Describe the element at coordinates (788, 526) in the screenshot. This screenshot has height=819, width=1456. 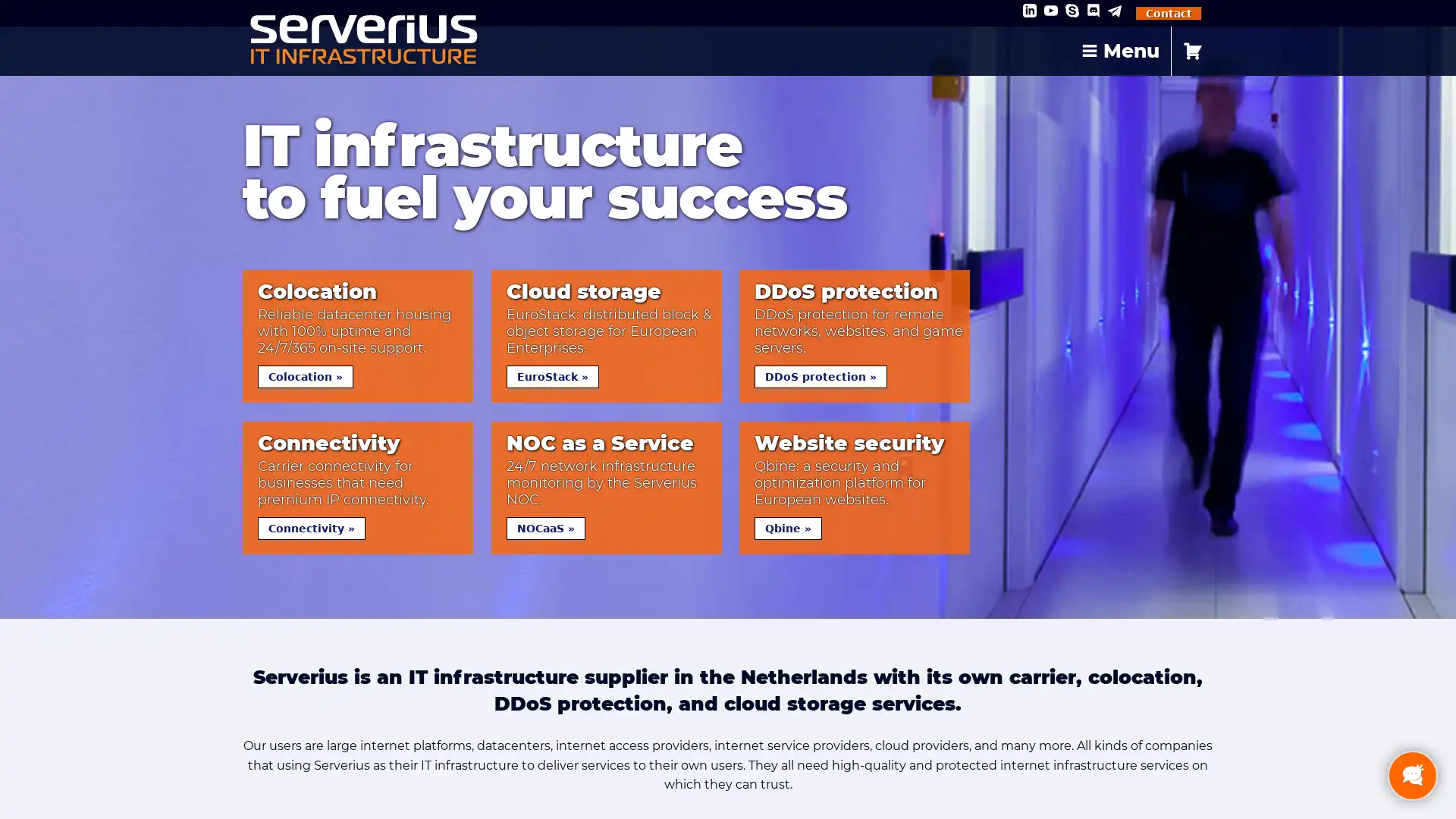
I see `Qbine` at that location.